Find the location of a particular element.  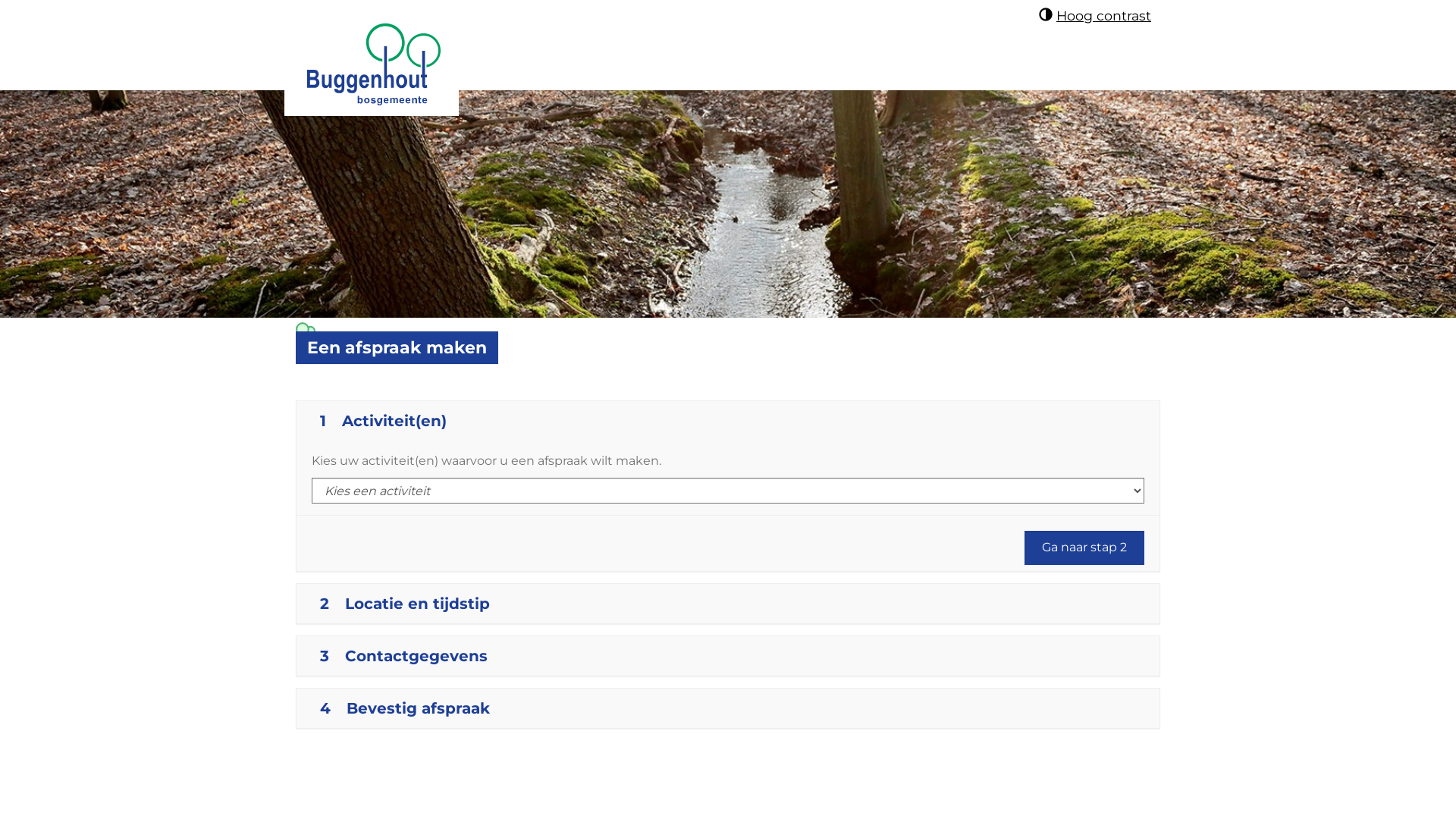

'Ga naar stap 2' is located at coordinates (1084, 548).